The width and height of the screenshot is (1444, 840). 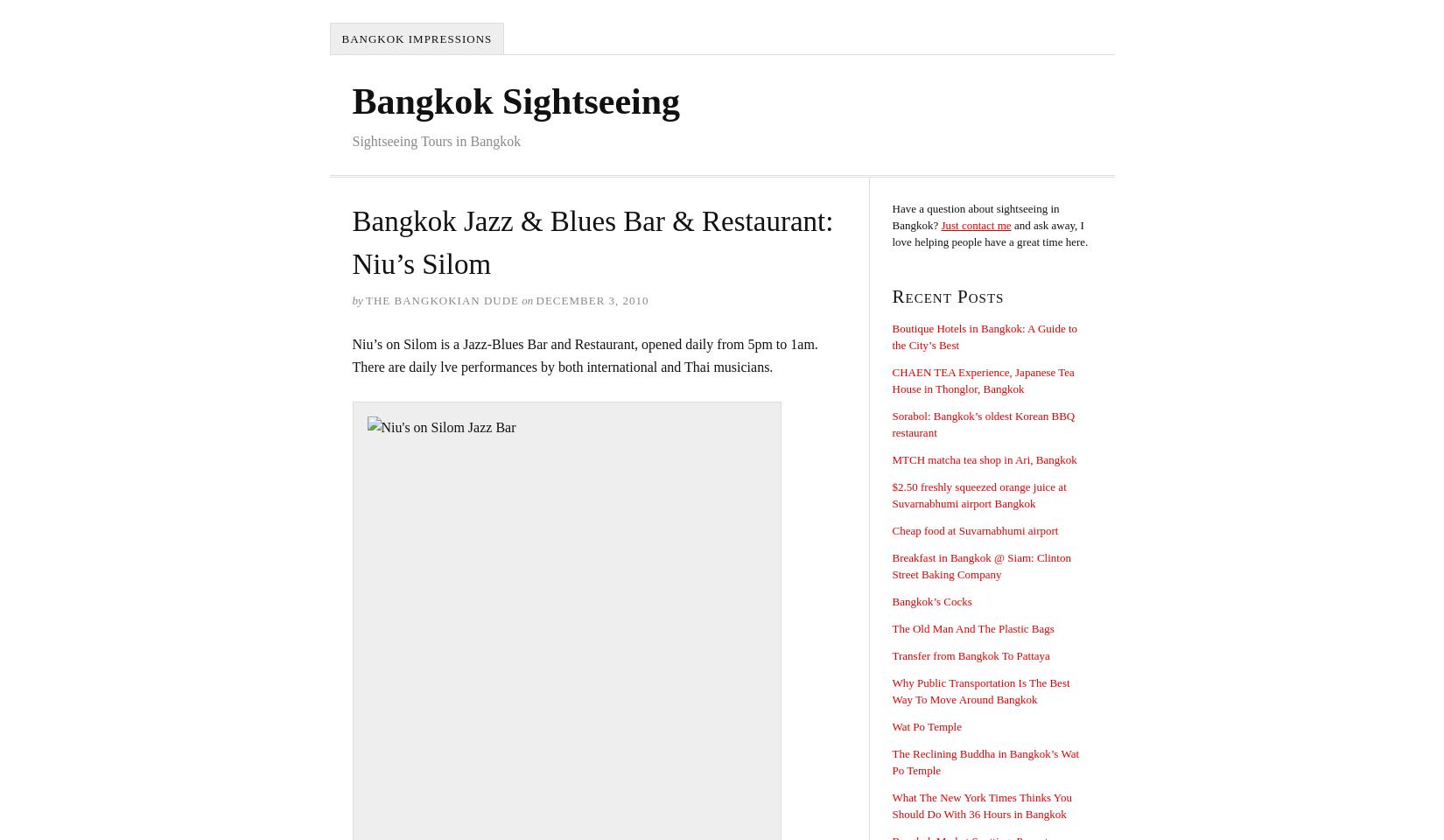 I want to click on 'Bangkok Impressions', so click(x=341, y=38).